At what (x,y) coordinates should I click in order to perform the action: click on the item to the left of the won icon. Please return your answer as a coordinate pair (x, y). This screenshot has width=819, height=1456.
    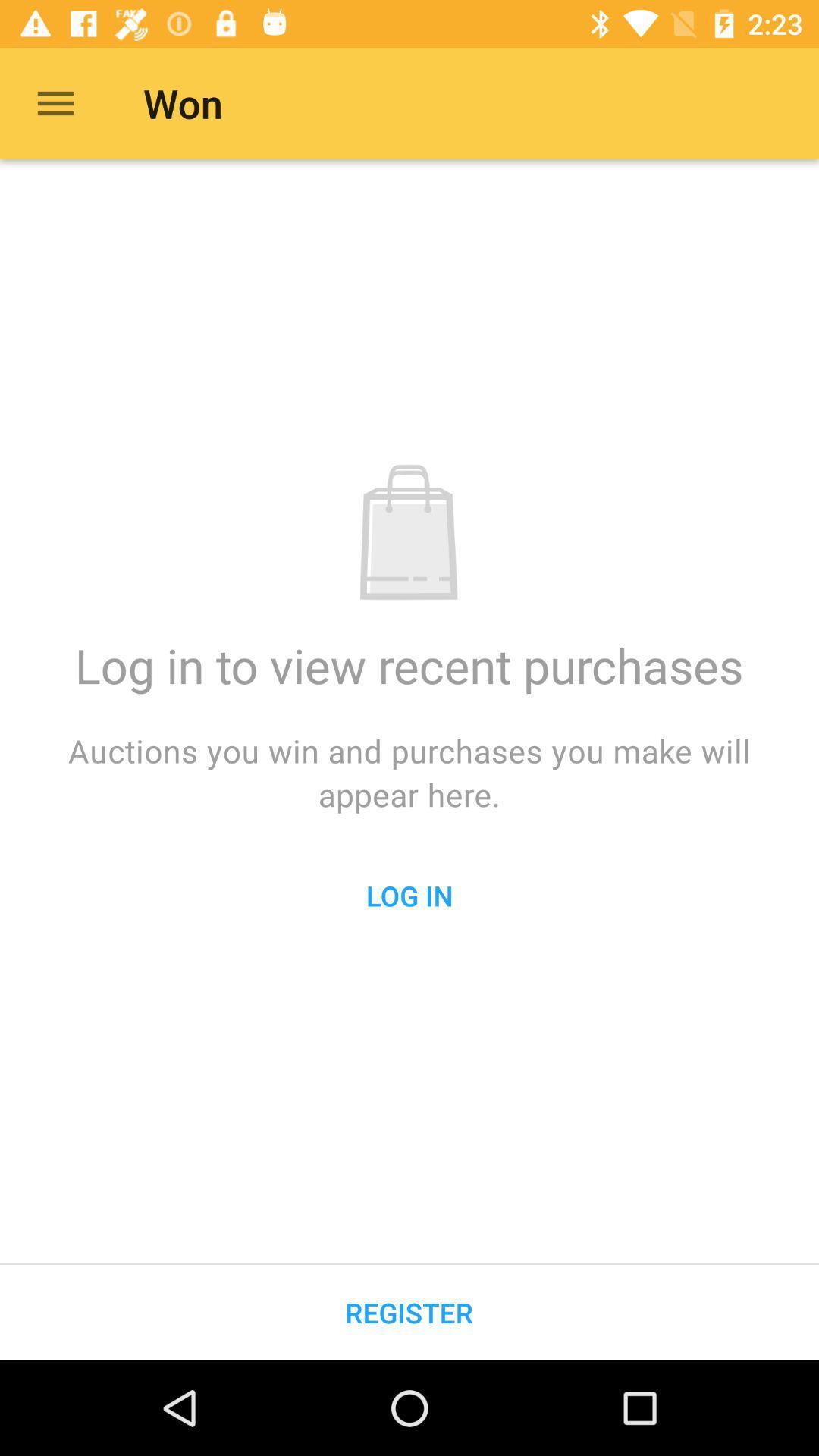
    Looking at the image, I should click on (55, 102).